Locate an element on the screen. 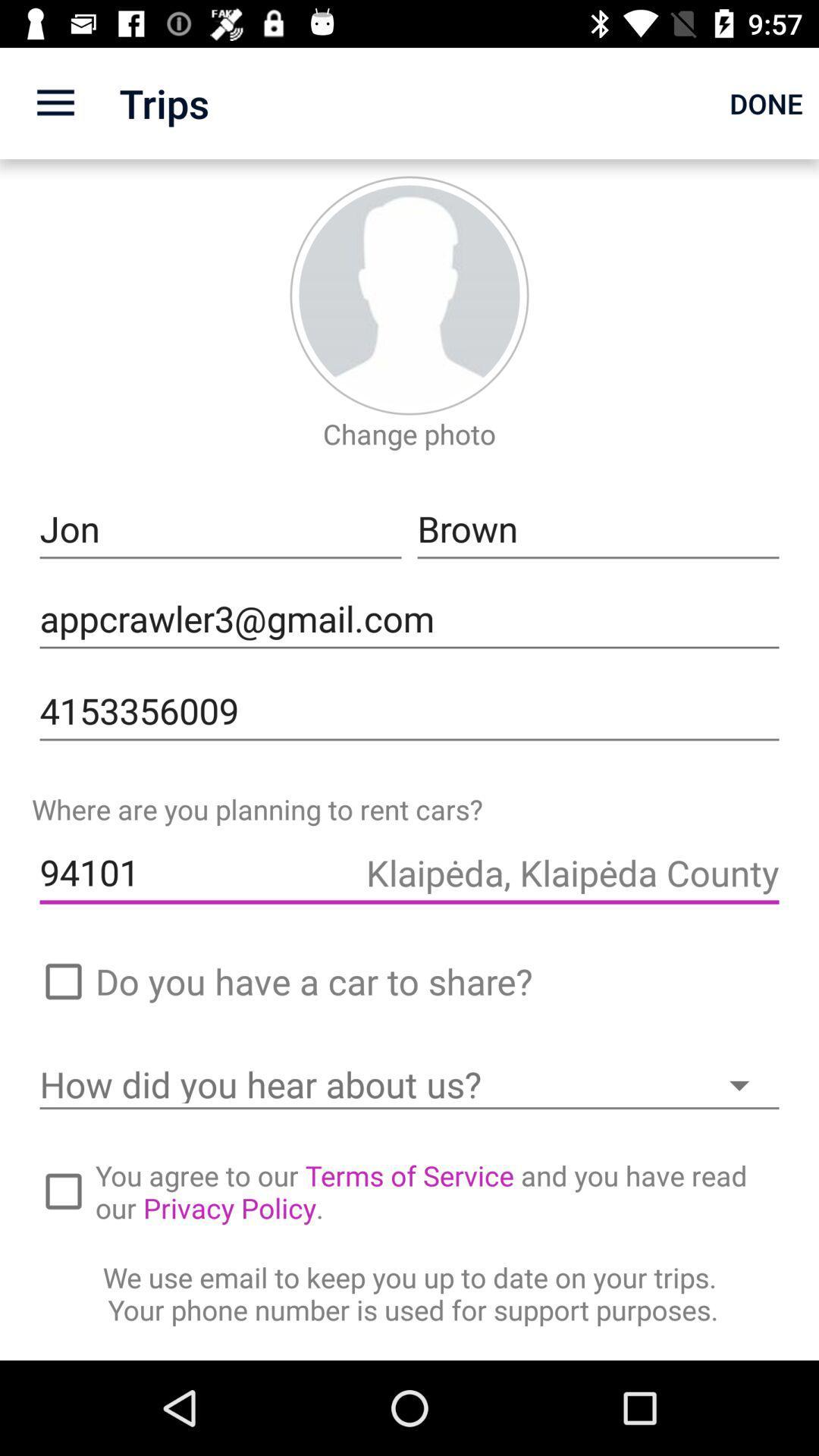 This screenshot has width=819, height=1456. the icon above where are you item is located at coordinates (409, 711).